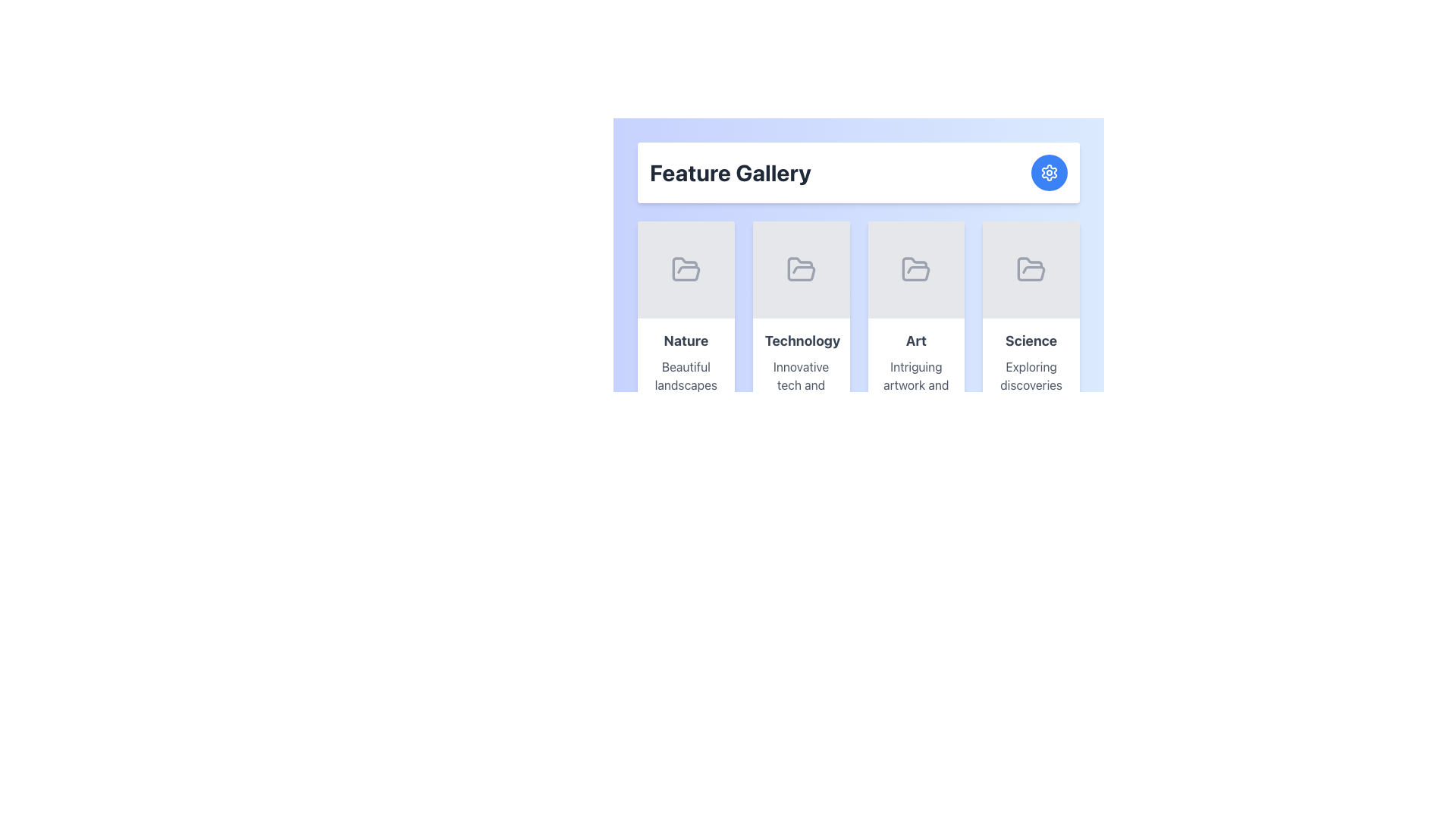  What do you see at coordinates (1048, 171) in the screenshot?
I see `the gear-shaped icon in blue and red color scheme located in the top-right corner of the 'Feature Gallery' panel` at bounding box center [1048, 171].